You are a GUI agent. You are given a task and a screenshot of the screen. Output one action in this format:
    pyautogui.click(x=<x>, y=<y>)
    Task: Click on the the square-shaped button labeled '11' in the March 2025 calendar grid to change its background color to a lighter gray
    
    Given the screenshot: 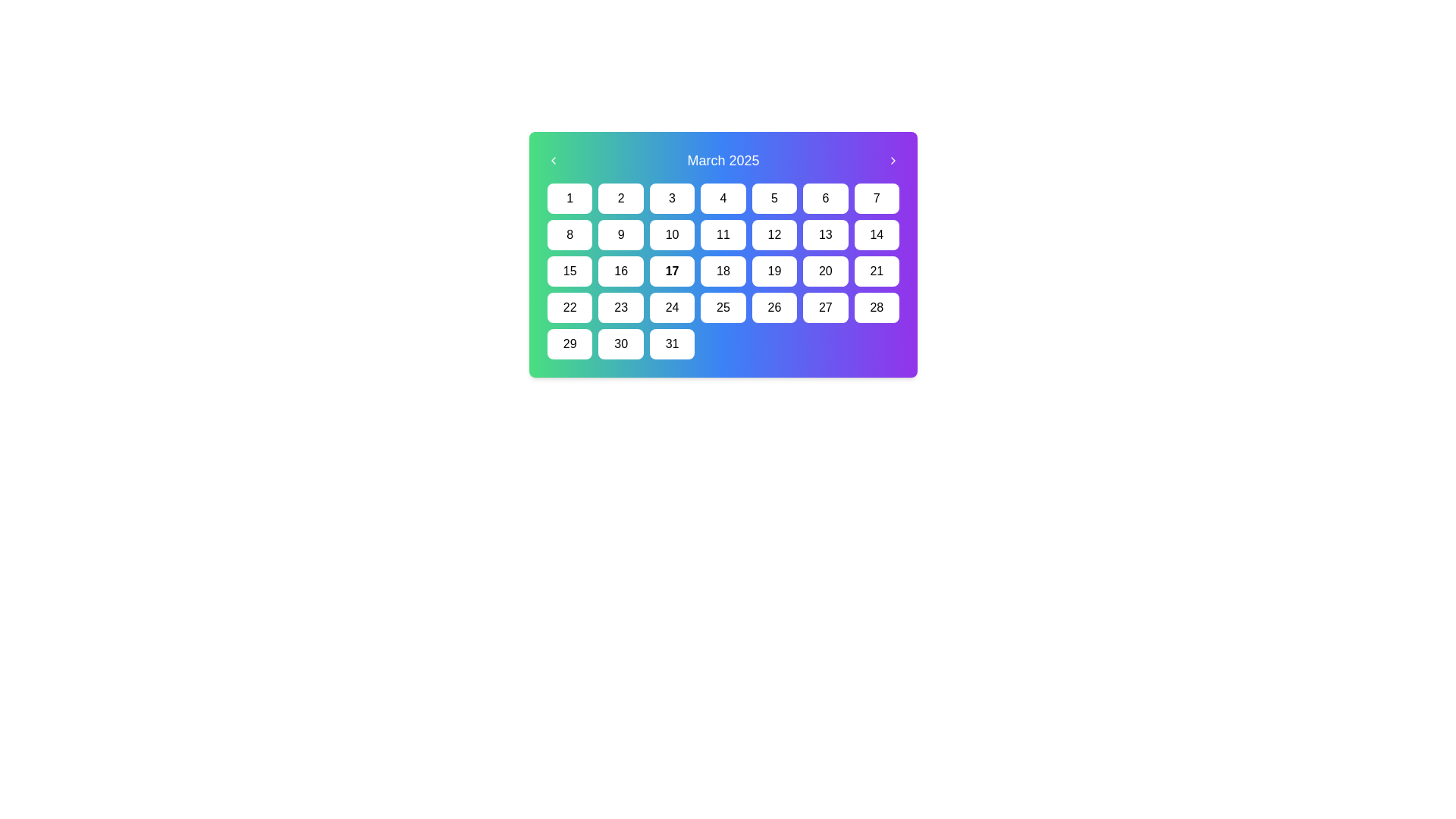 What is the action you would take?
    pyautogui.click(x=723, y=234)
    